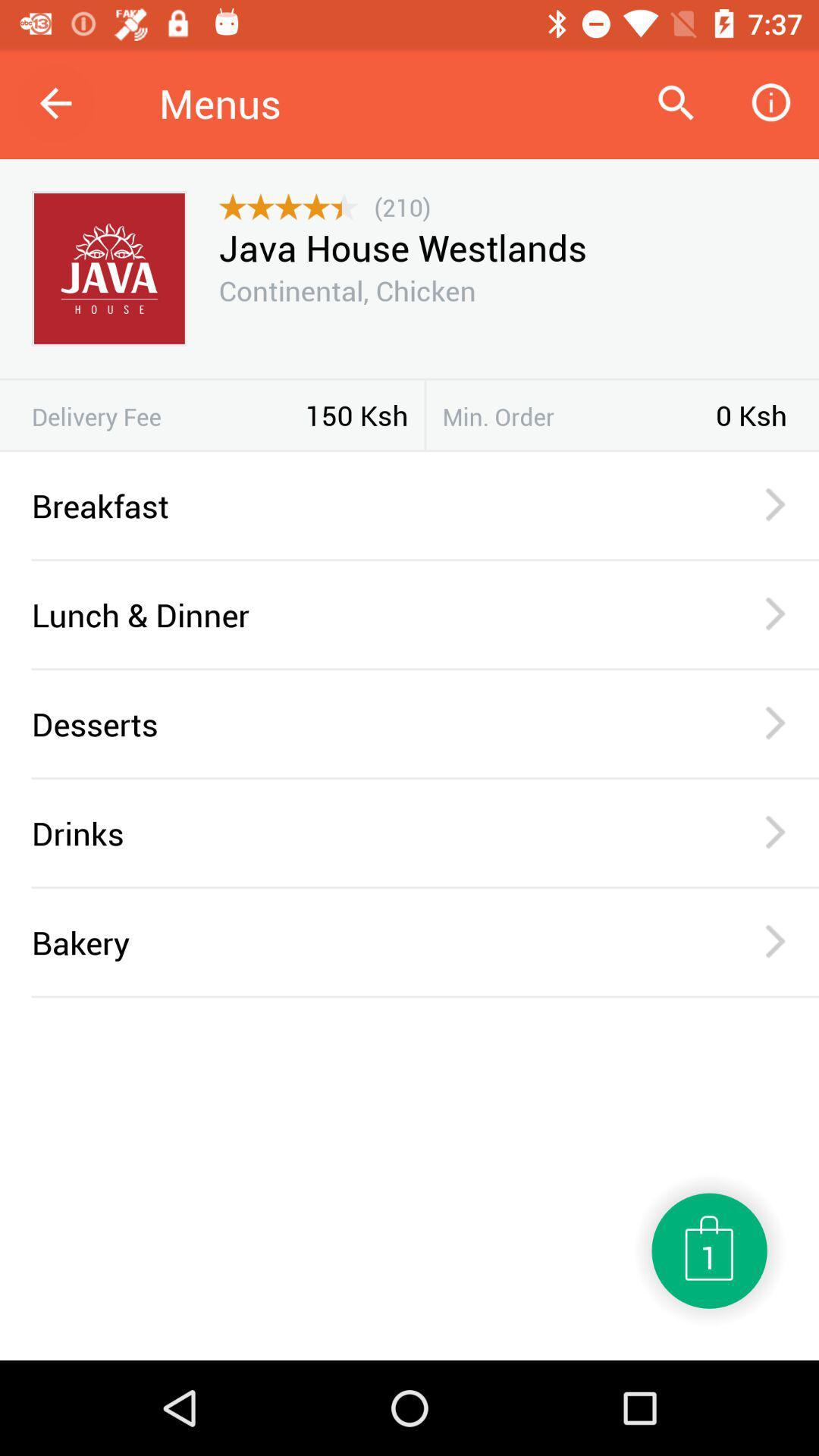 The image size is (819, 1456). Describe the element at coordinates (425, 887) in the screenshot. I see `icon above the bakery icon` at that location.